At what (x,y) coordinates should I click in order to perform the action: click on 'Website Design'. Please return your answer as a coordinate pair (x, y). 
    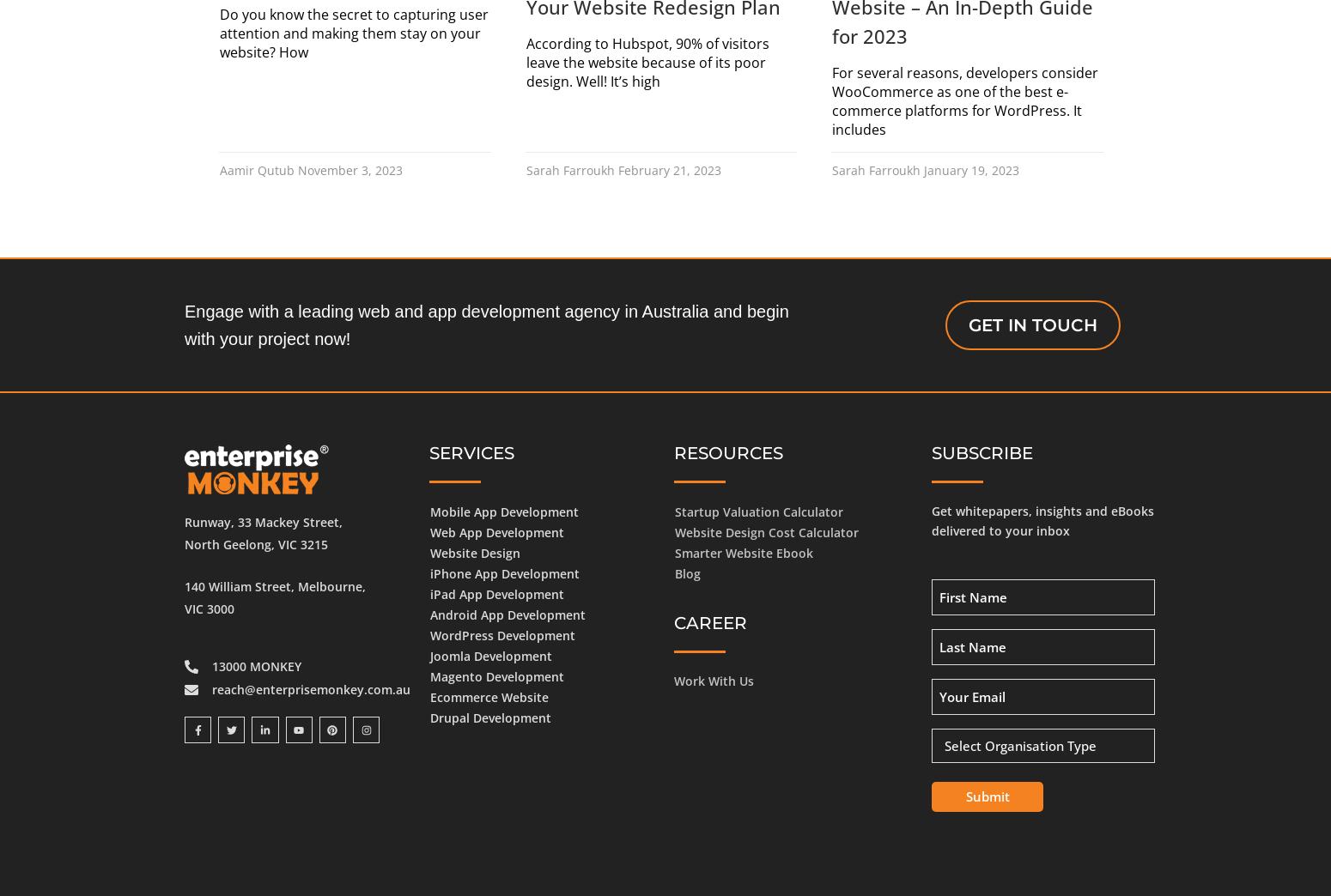
    Looking at the image, I should click on (475, 553).